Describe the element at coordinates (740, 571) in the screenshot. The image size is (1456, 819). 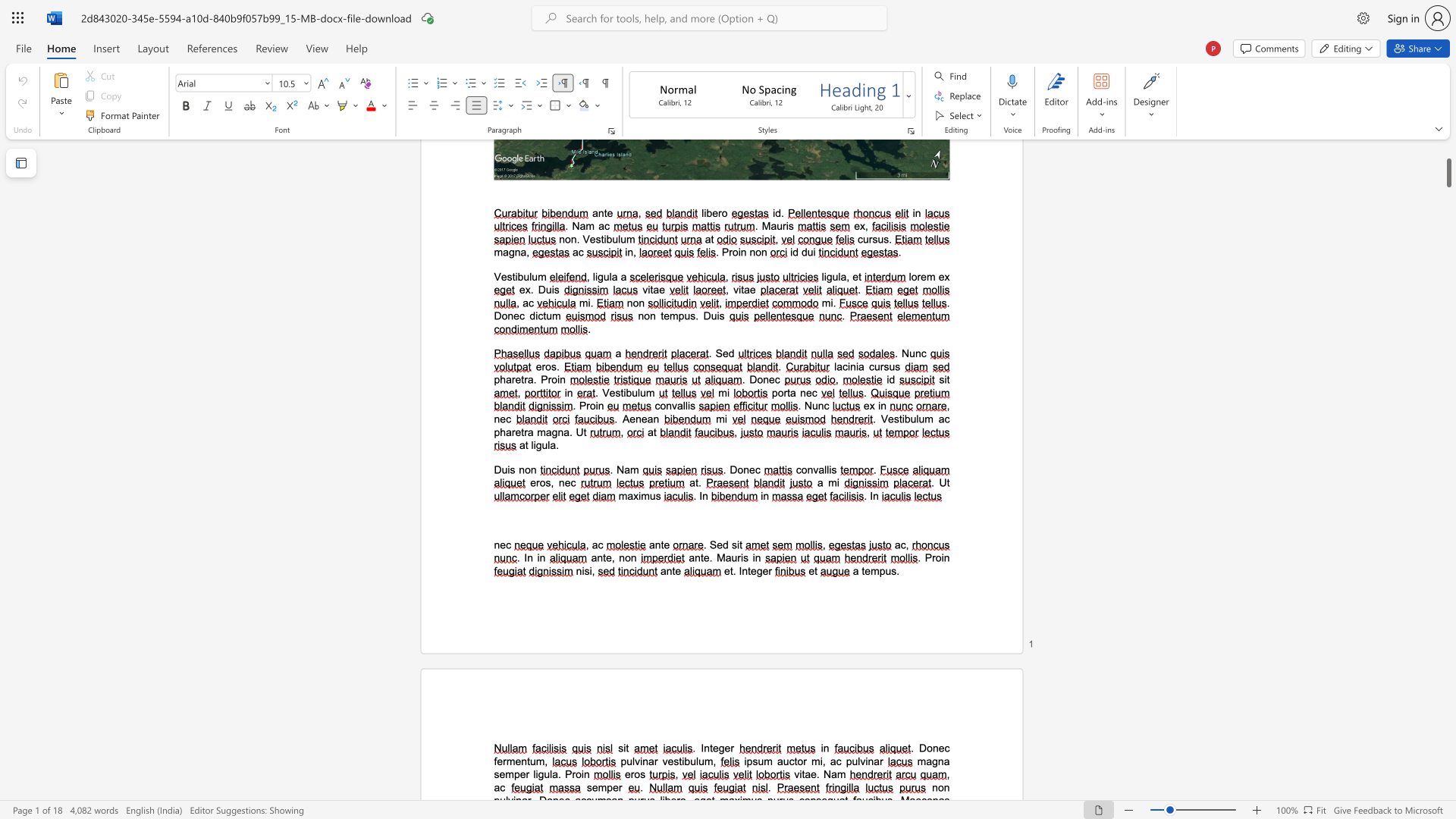
I see `the 1th character "I" in the text` at that location.